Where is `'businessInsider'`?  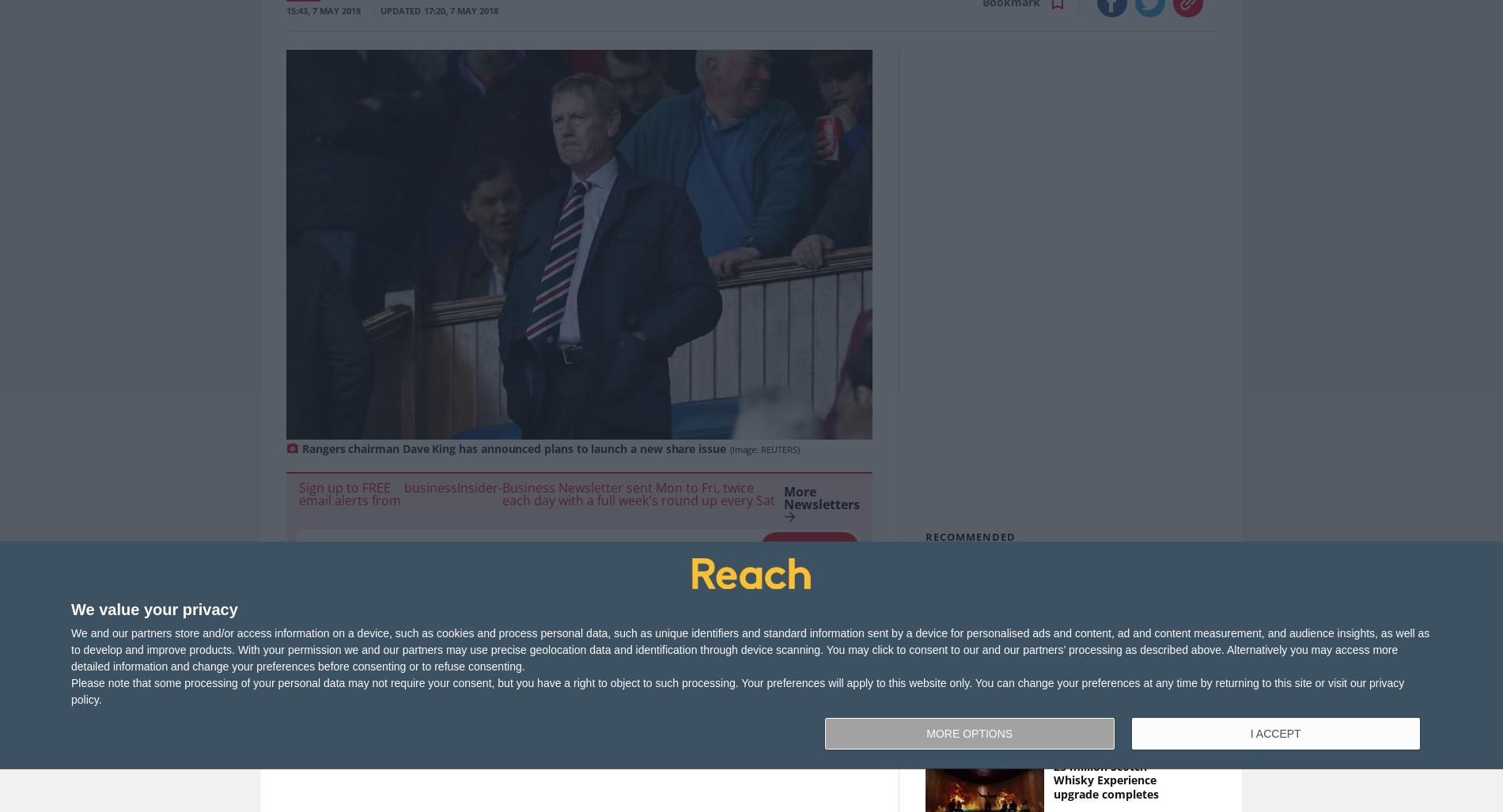 'businessInsider' is located at coordinates (450, 486).